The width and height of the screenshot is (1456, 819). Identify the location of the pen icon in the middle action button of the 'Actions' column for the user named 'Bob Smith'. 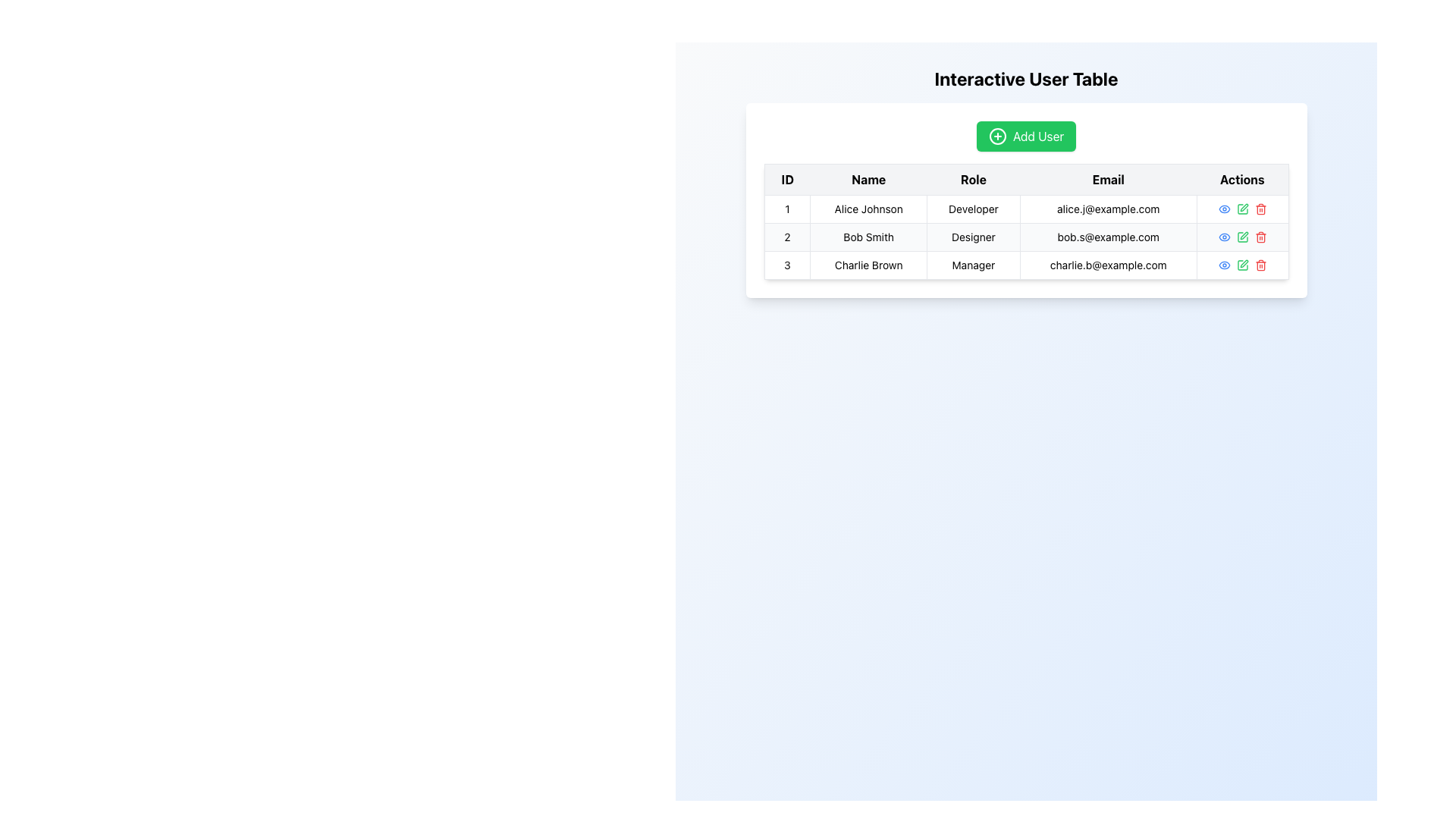
(1241, 209).